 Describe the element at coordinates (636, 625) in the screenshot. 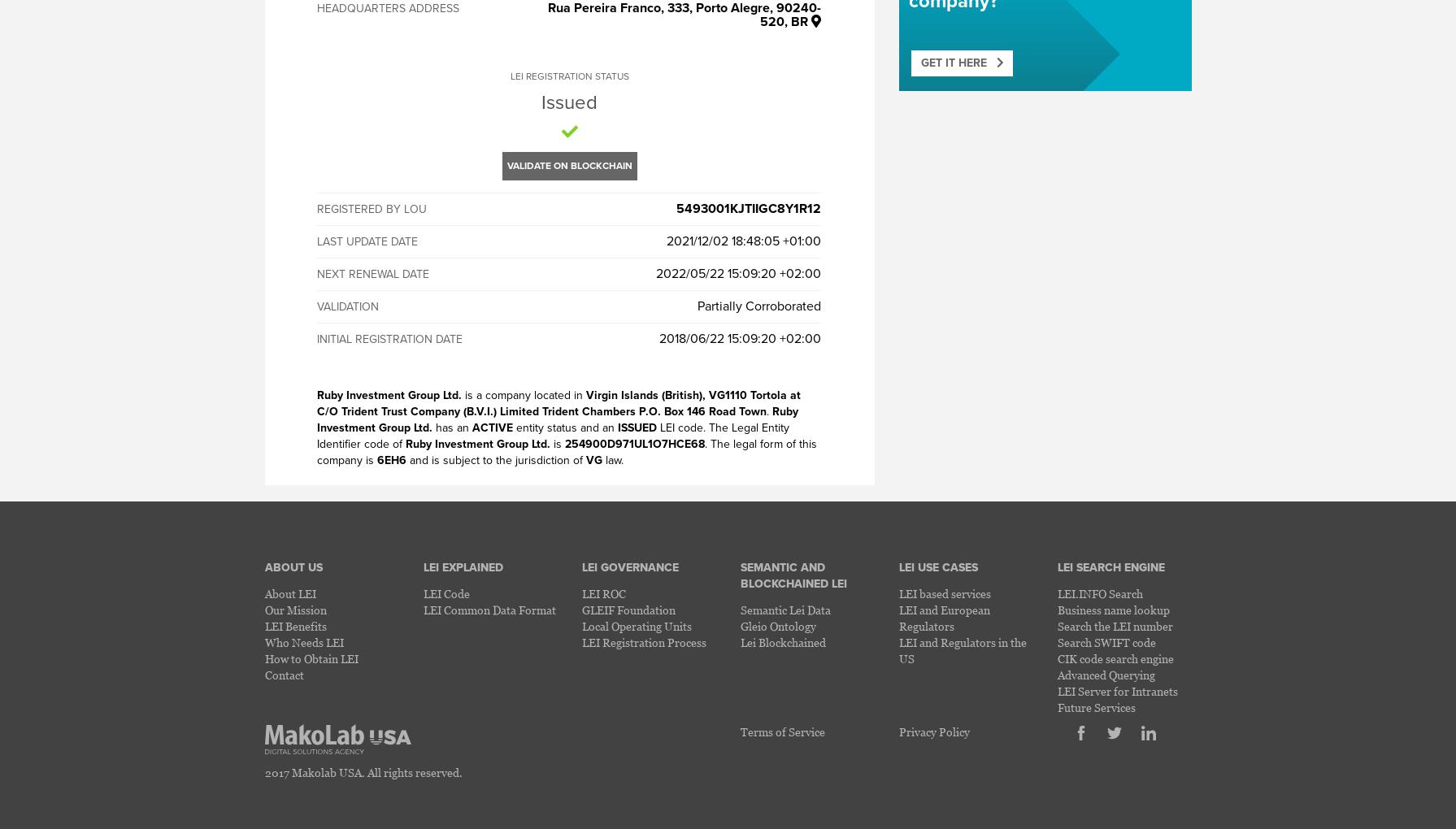

I see `'Local Operating Units'` at that location.